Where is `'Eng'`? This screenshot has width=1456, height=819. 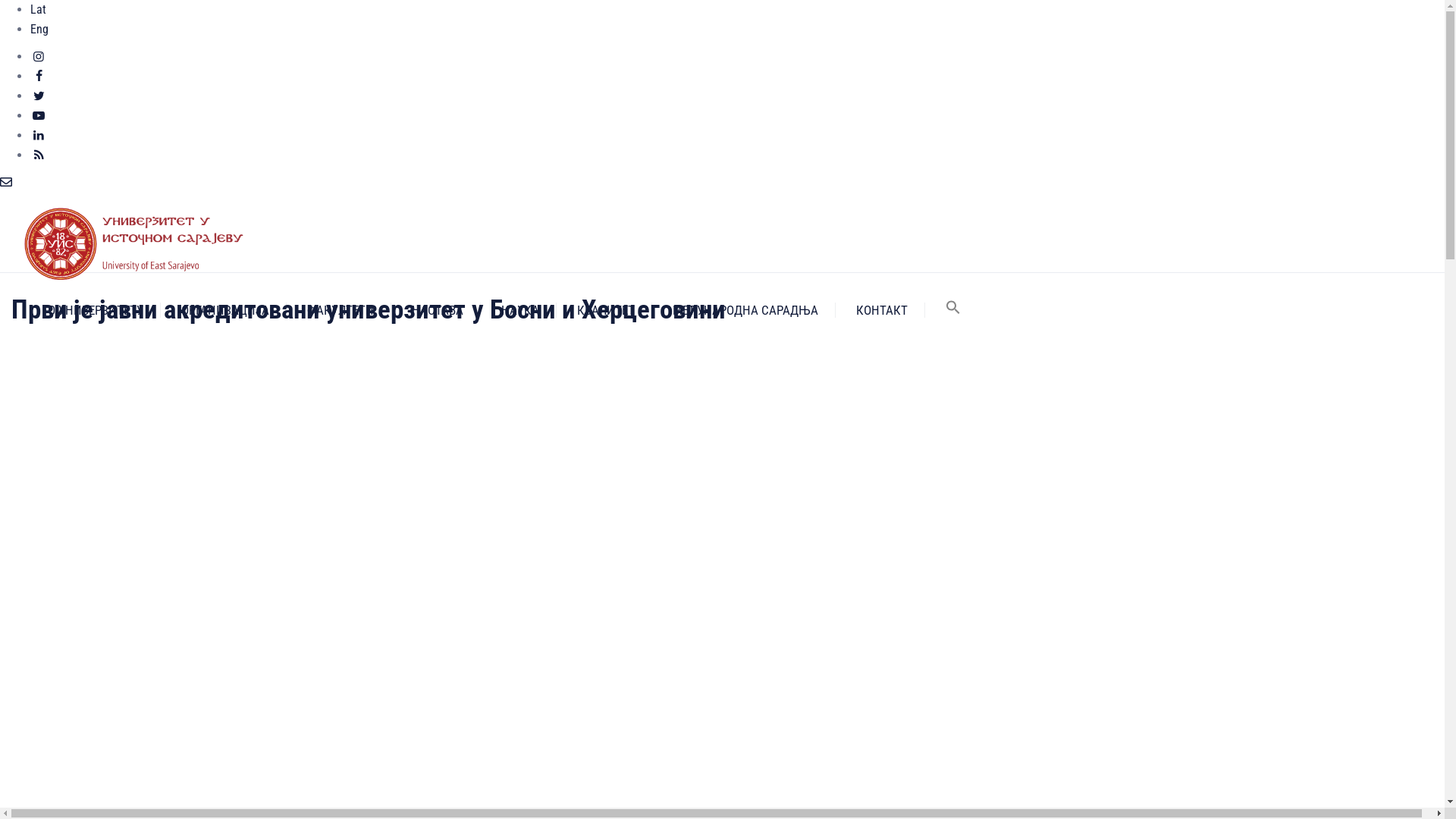
'Eng' is located at coordinates (39, 29).